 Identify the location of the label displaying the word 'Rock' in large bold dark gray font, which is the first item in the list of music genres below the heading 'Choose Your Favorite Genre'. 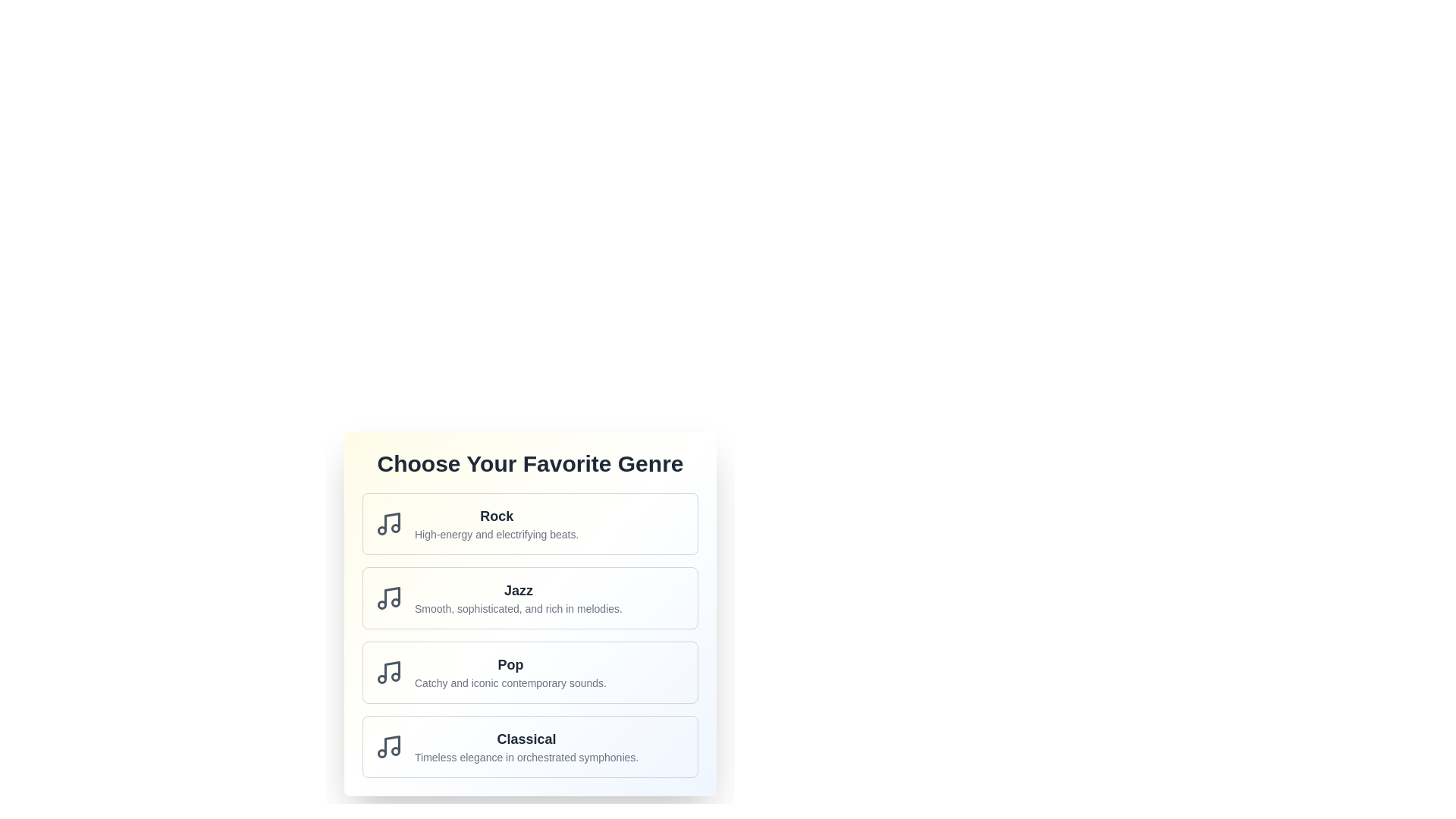
(497, 516).